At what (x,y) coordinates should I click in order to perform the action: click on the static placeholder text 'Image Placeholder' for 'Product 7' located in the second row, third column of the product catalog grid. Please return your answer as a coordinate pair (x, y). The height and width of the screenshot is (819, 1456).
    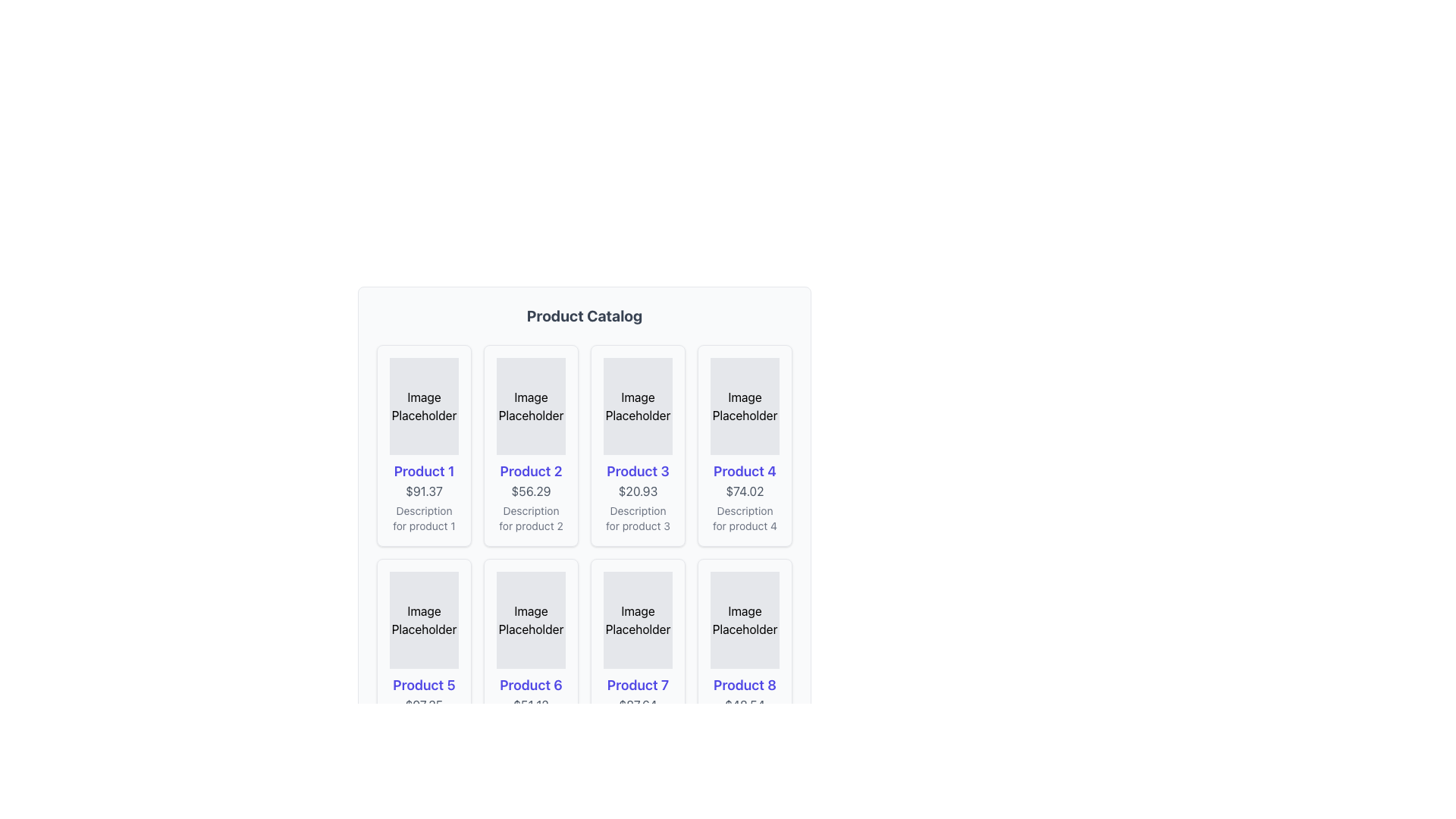
    Looking at the image, I should click on (638, 620).